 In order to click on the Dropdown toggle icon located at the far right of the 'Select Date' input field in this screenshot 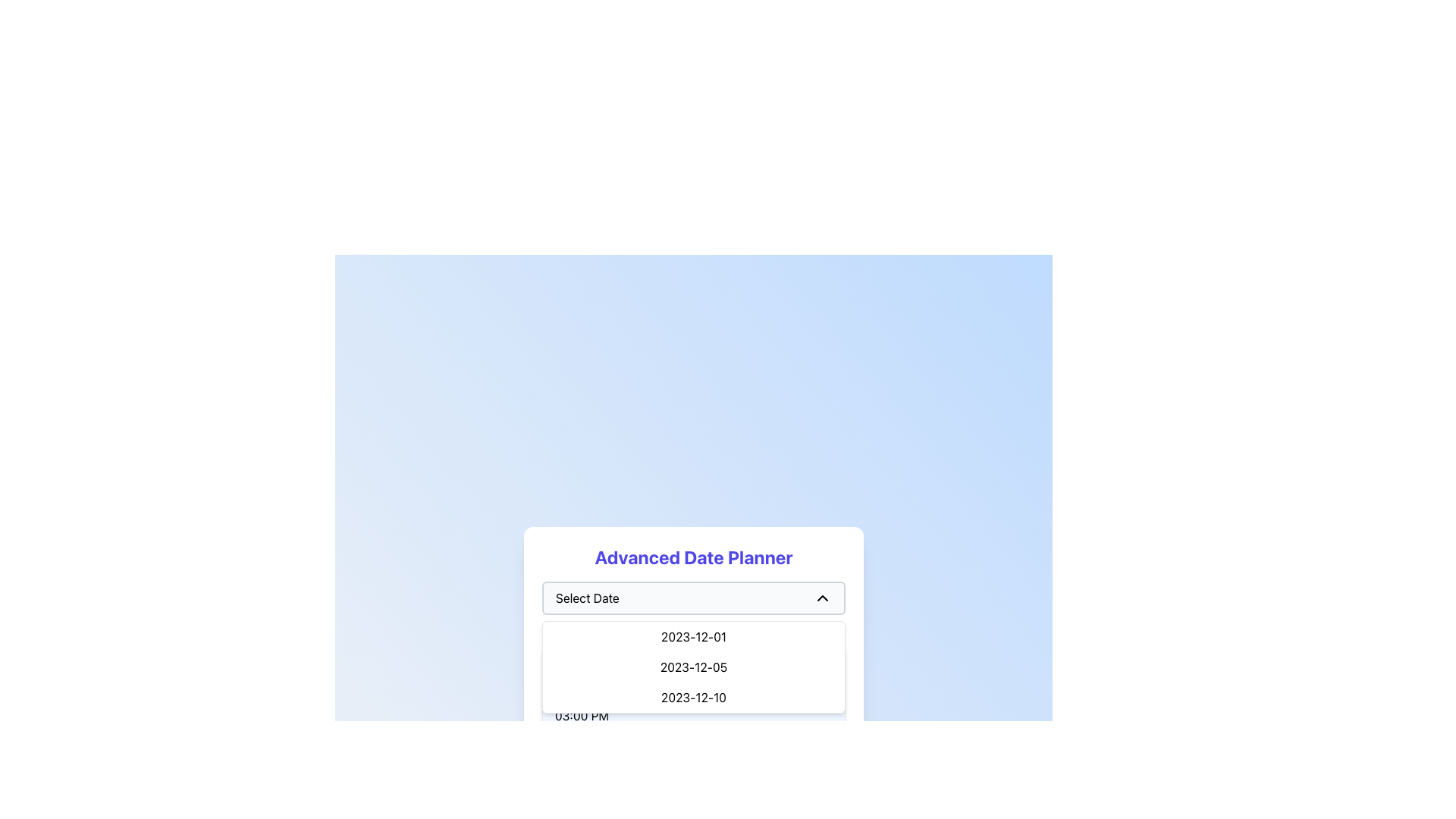, I will do `click(821, 598)`.